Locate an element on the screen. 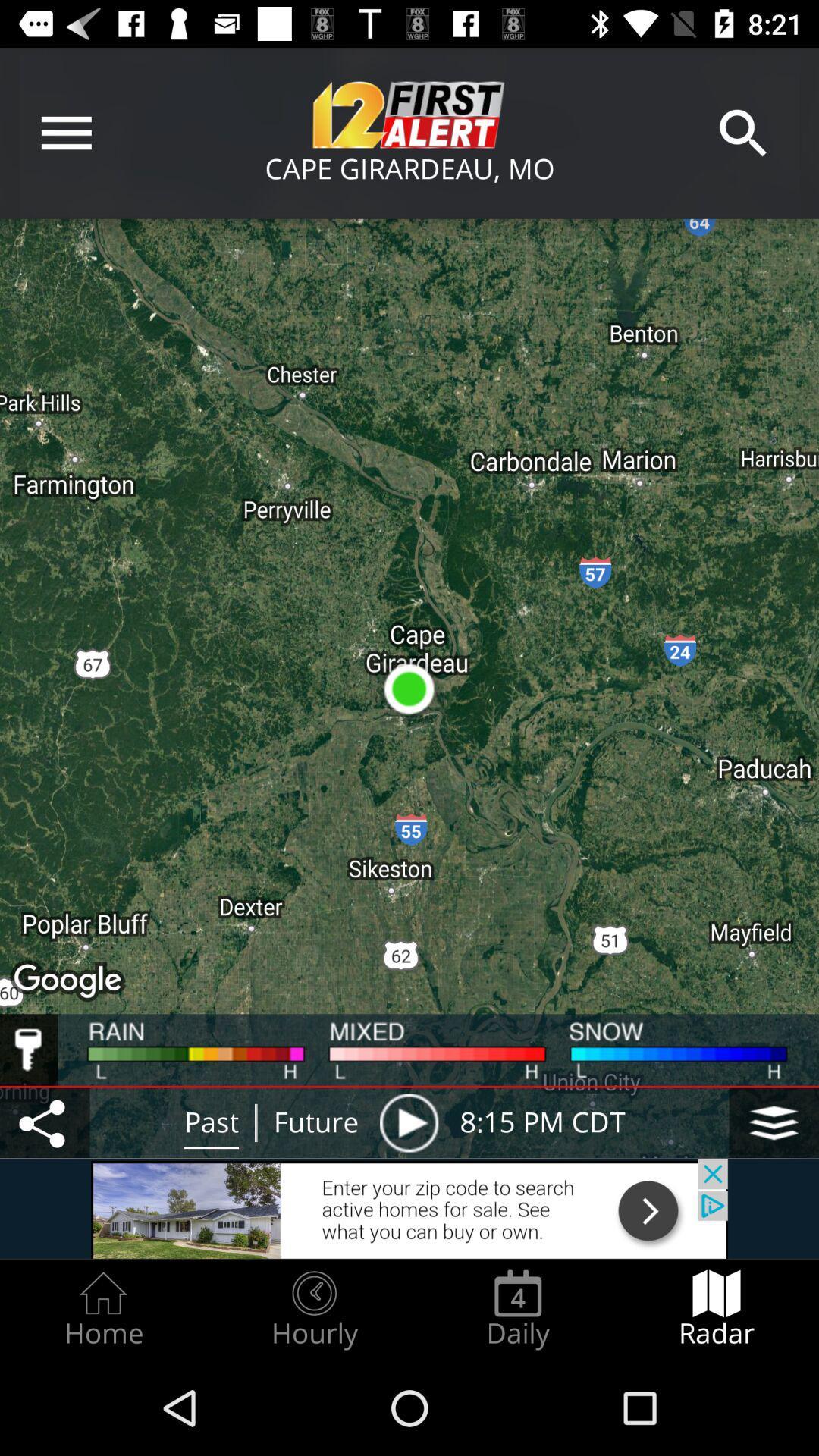 The height and width of the screenshot is (1456, 819). the layers icon is located at coordinates (773, 1122).